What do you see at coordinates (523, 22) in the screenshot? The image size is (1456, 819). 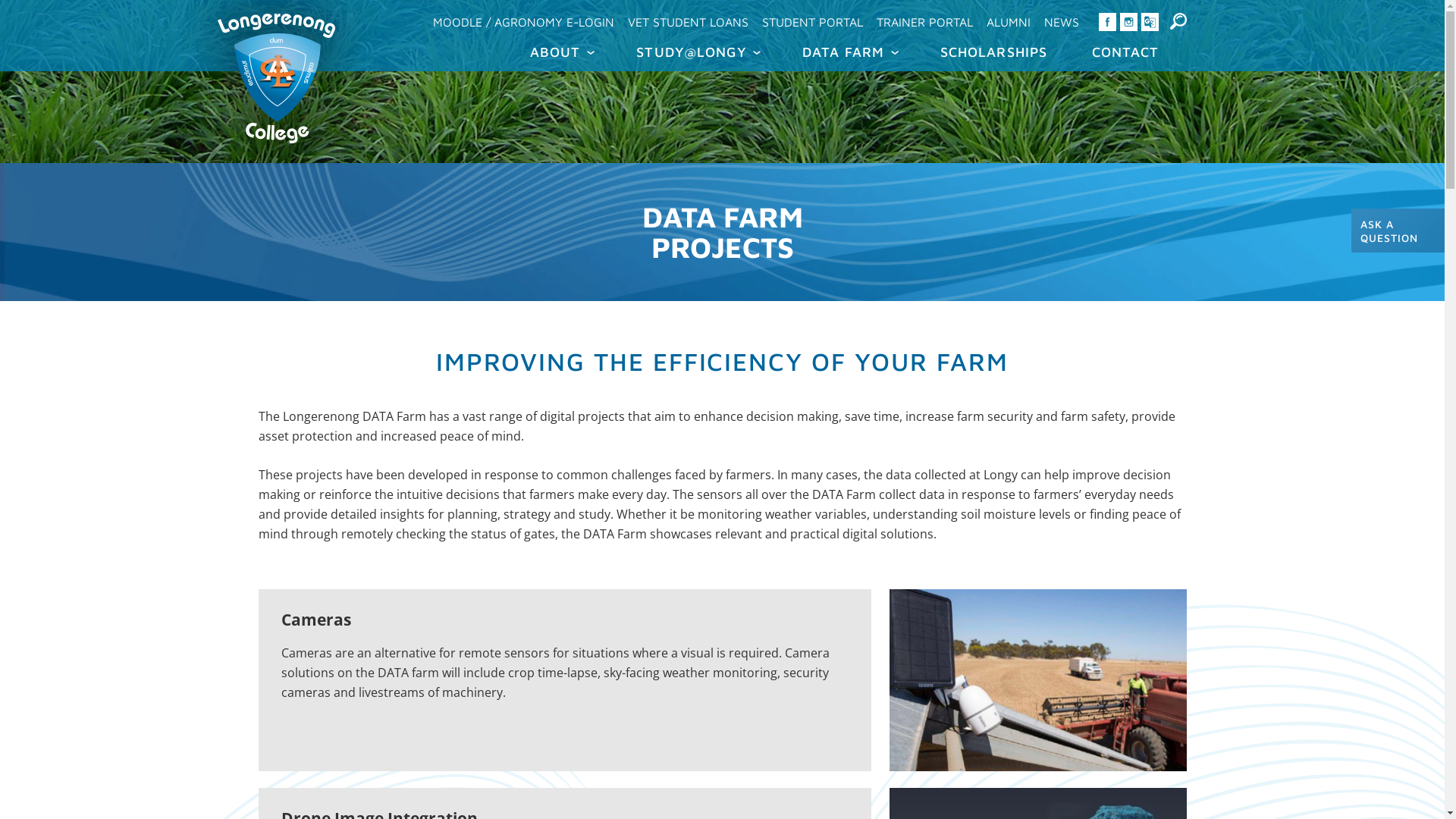 I see `'MOODLE / AGRONOMY E-LOGIN'` at bounding box center [523, 22].